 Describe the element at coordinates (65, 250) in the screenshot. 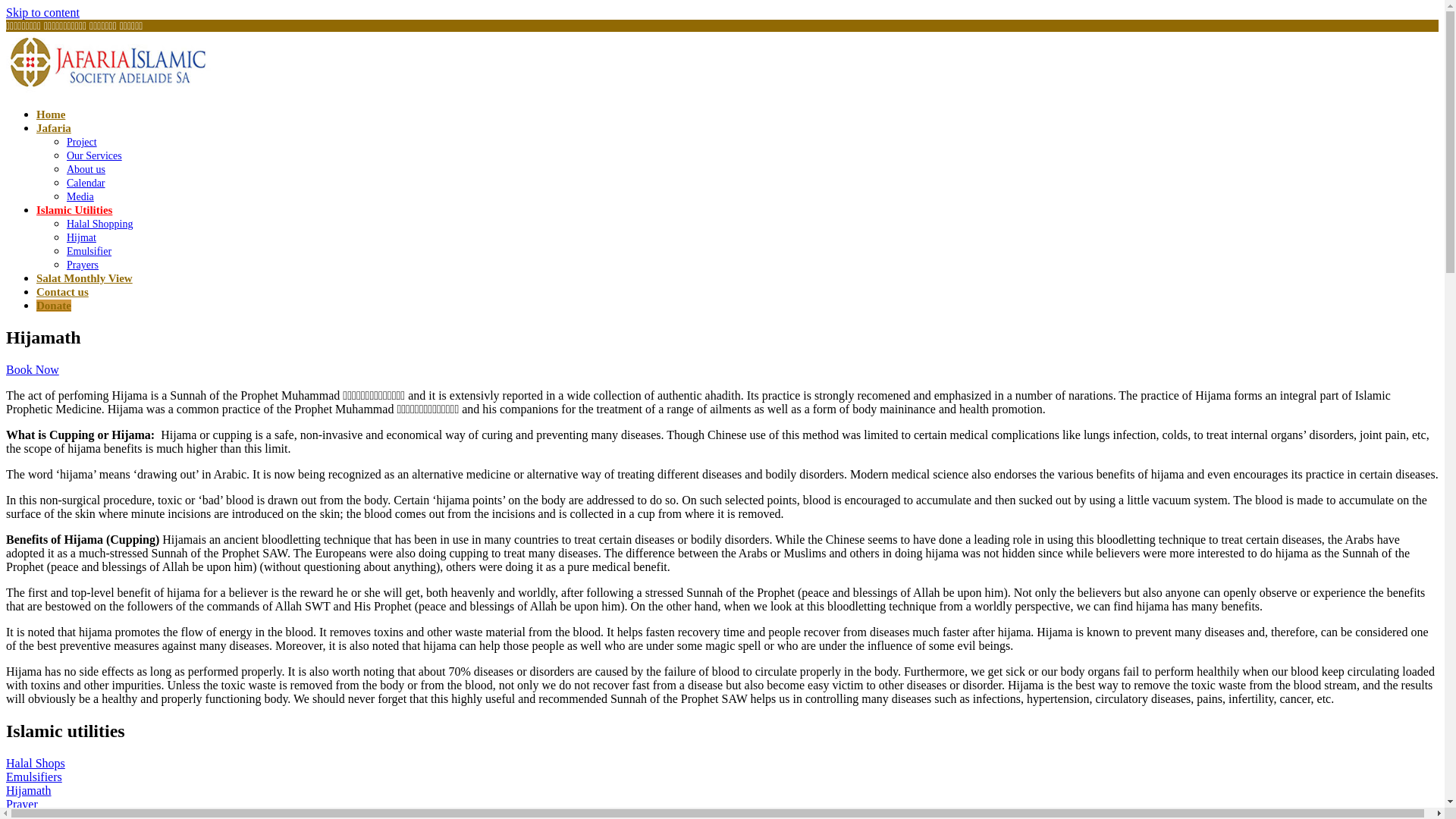

I see `'Emulsifier'` at that location.